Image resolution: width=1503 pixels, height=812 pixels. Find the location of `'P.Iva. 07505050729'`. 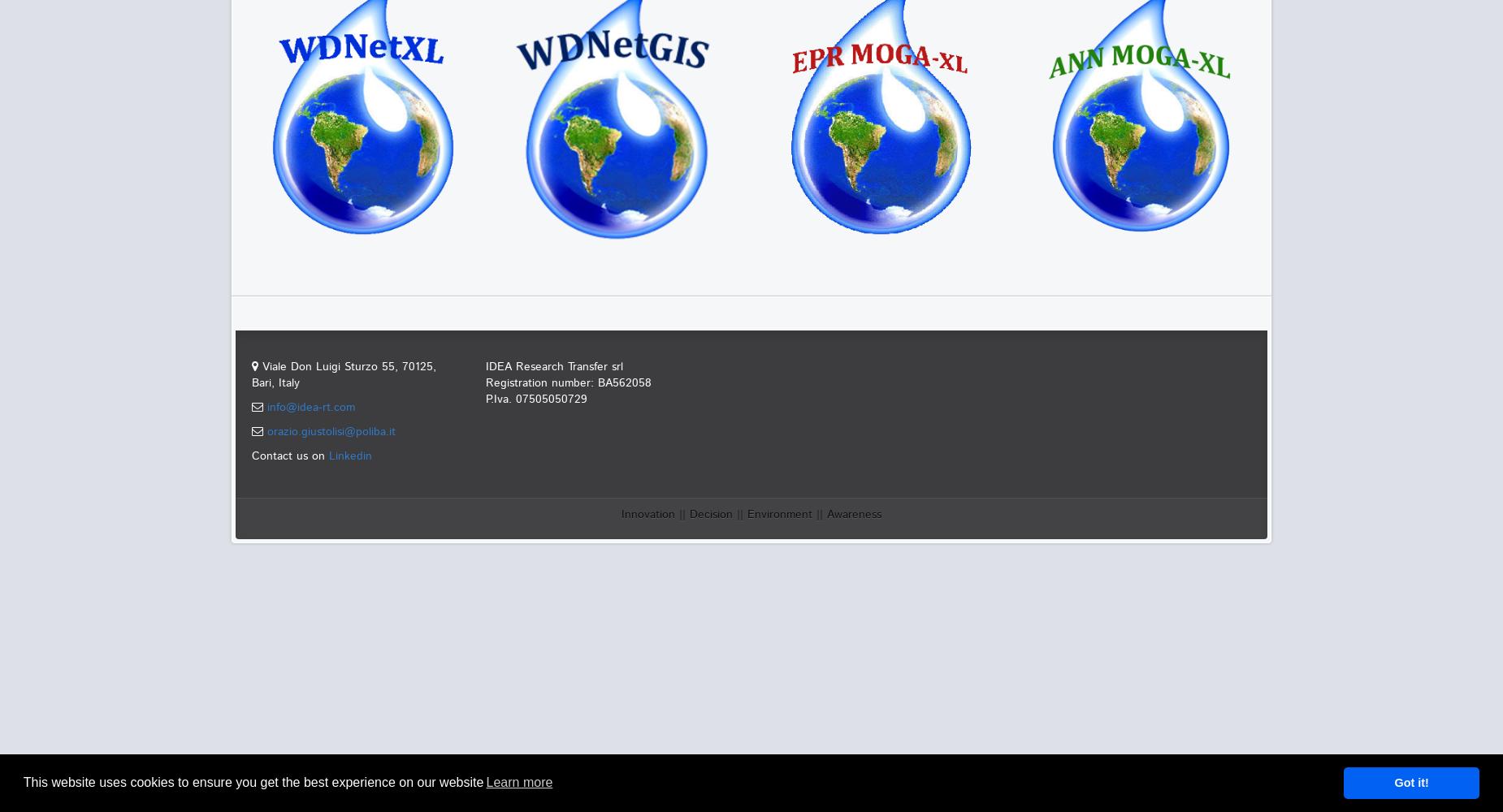

'P.Iva. 07505050729' is located at coordinates (535, 399).